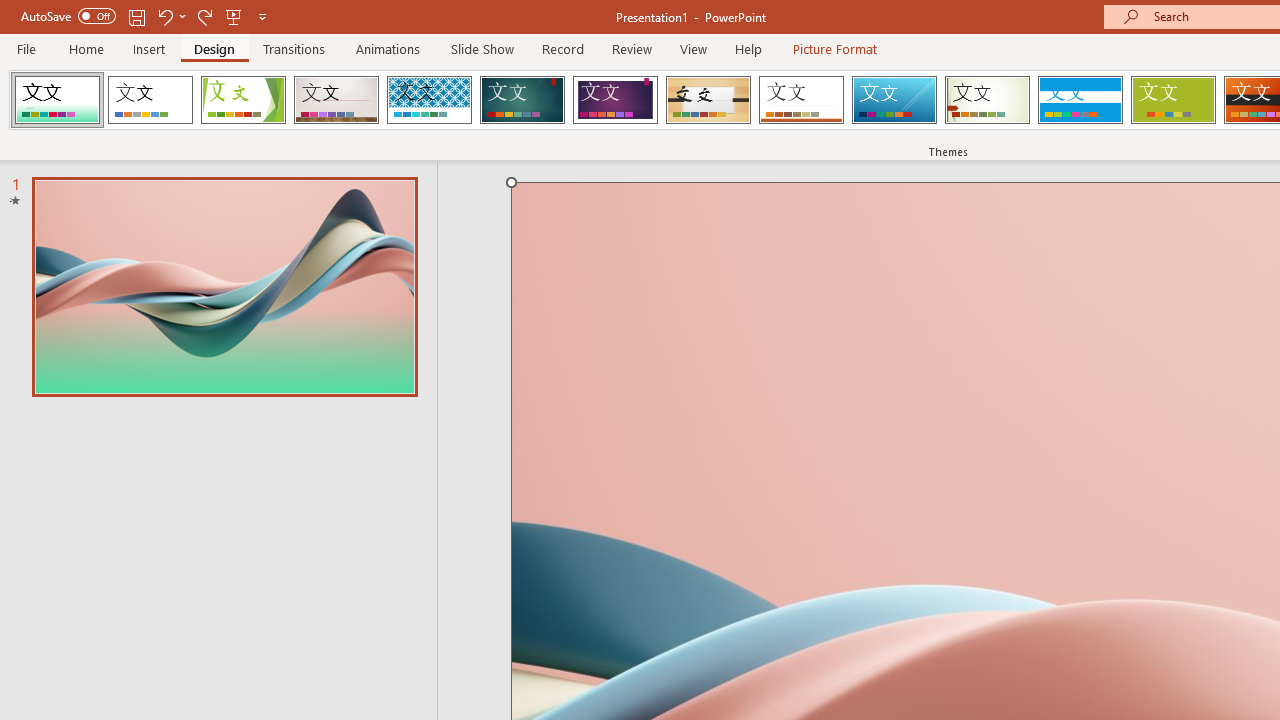  Describe the element at coordinates (708, 100) in the screenshot. I see `'Organic'` at that location.